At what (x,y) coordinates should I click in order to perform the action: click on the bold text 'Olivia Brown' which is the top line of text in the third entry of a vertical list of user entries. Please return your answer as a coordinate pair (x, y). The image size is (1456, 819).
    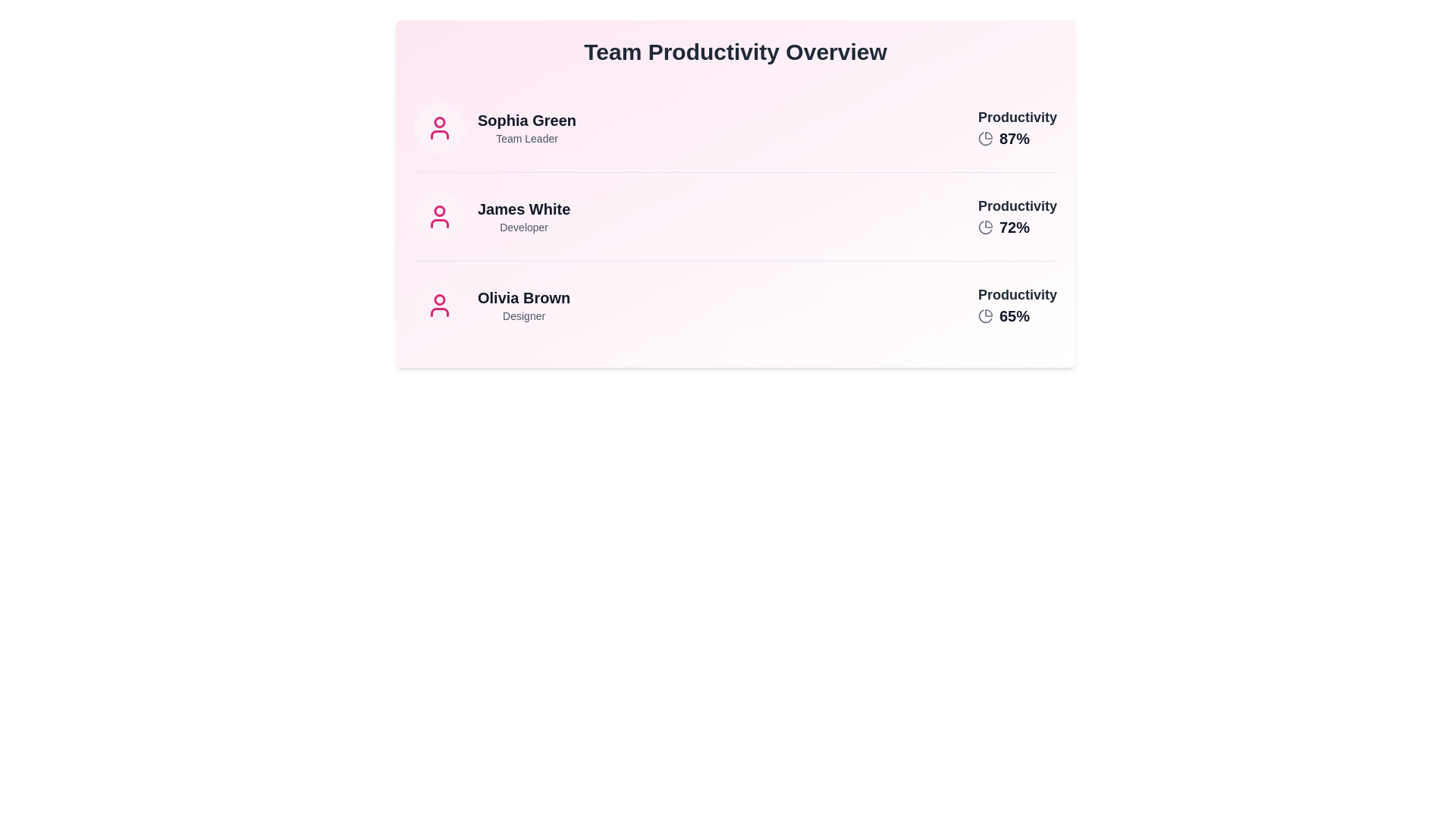
    Looking at the image, I should click on (524, 298).